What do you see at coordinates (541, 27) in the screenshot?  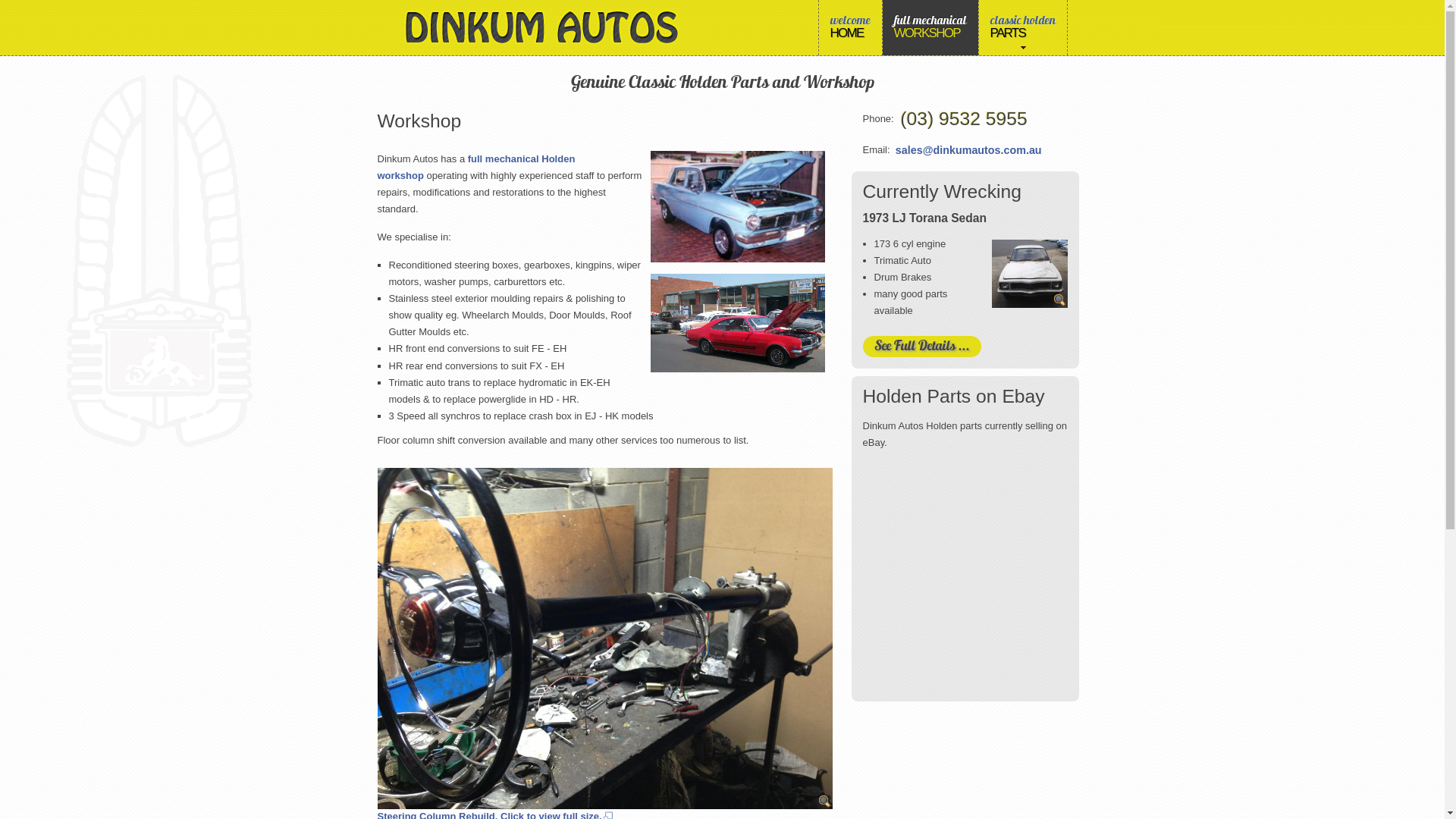 I see `'Dinkum Autos'` at bounding box center [541, 27].